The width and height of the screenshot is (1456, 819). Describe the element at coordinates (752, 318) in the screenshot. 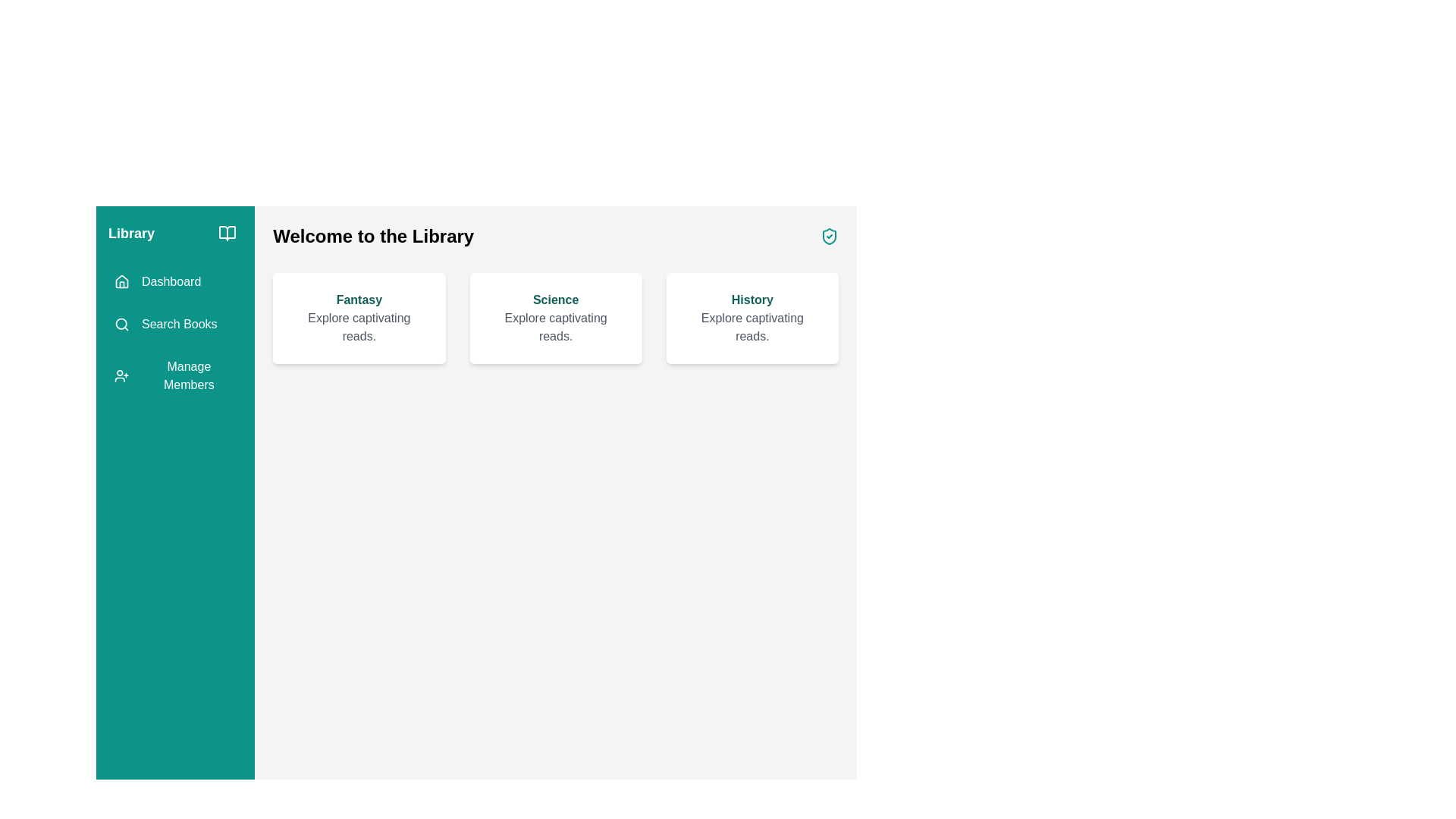

I see `the 'History' card, which is the third card in a horizontal row of three cards` at that location.